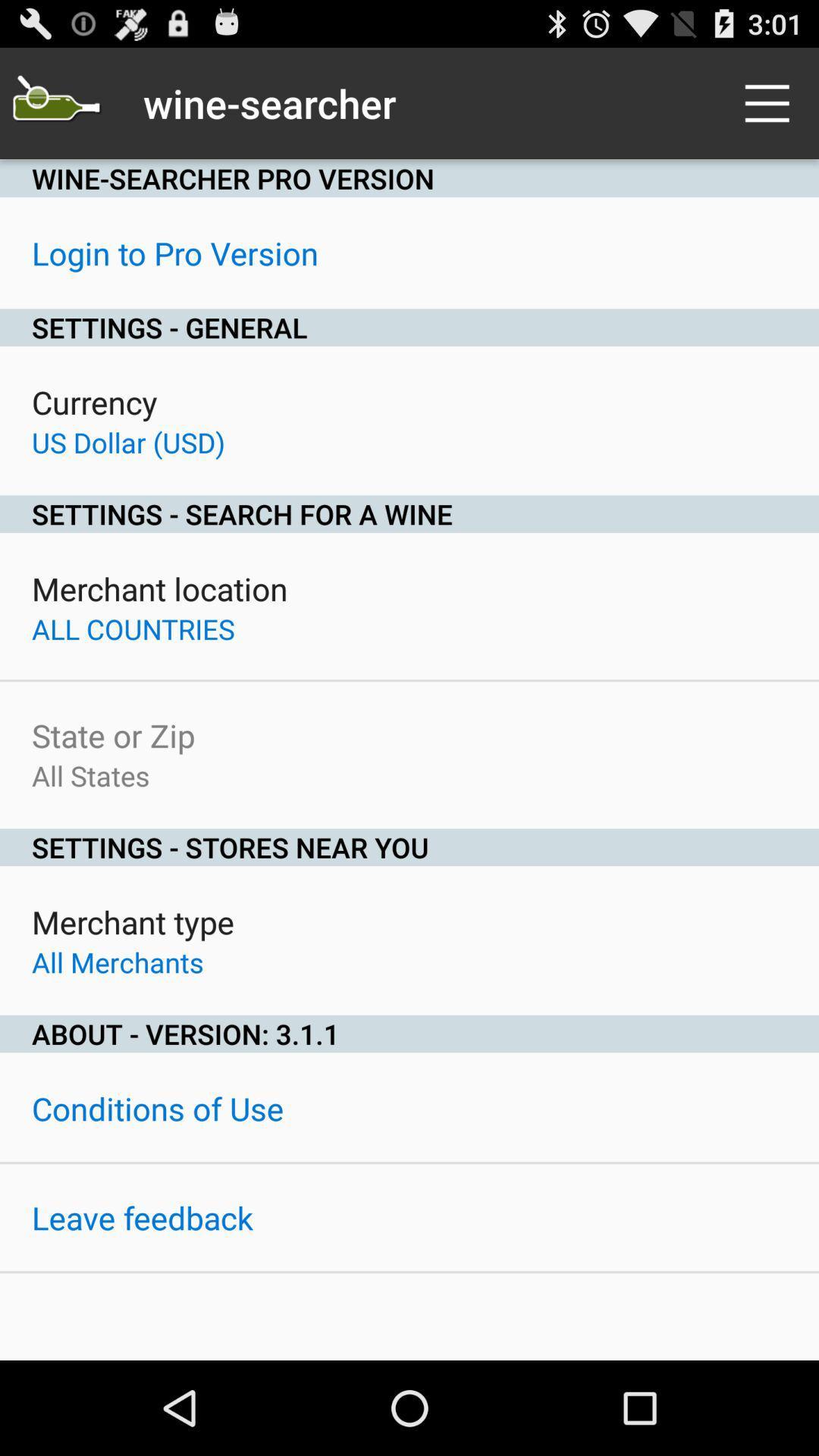 The height and width of the screenshot is (1456, 819). Describe the element at coordinates (127, 441) in the screenshot. I see `the icon below currency icon` at that location.